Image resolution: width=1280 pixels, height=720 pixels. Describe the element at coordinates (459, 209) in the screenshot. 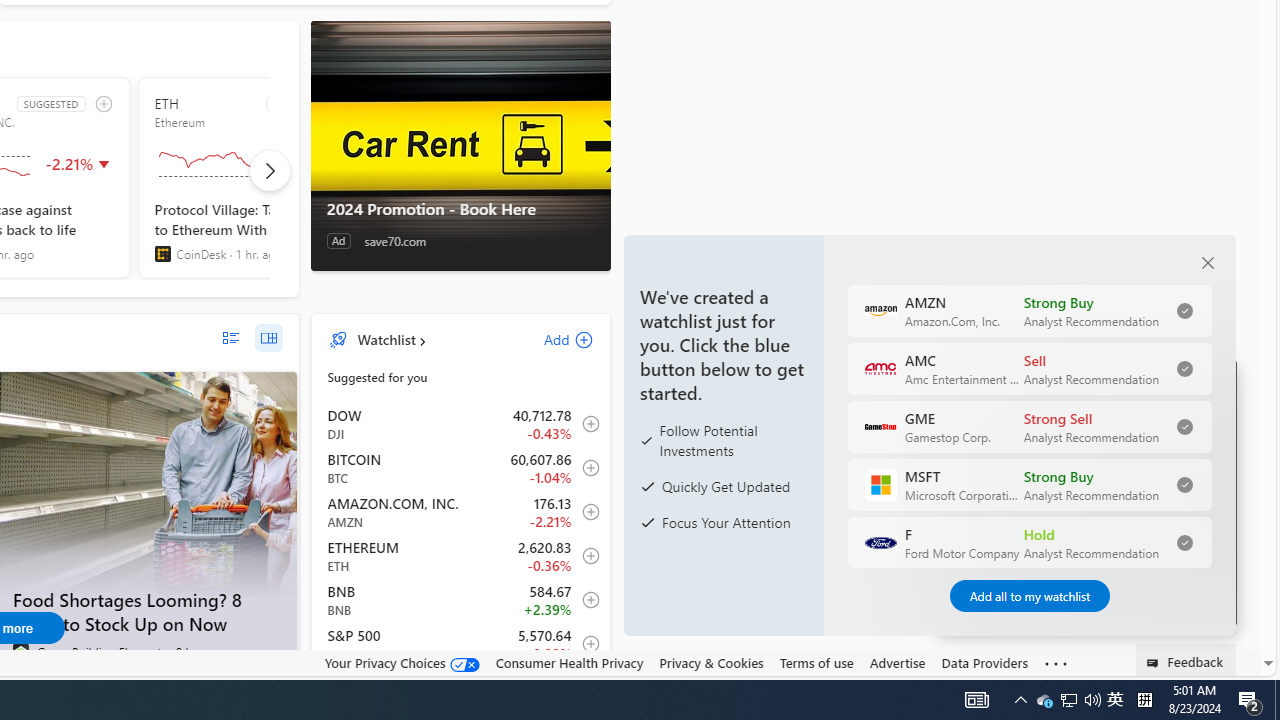

I see `'2024 Promotion - Book Here'` at that location.